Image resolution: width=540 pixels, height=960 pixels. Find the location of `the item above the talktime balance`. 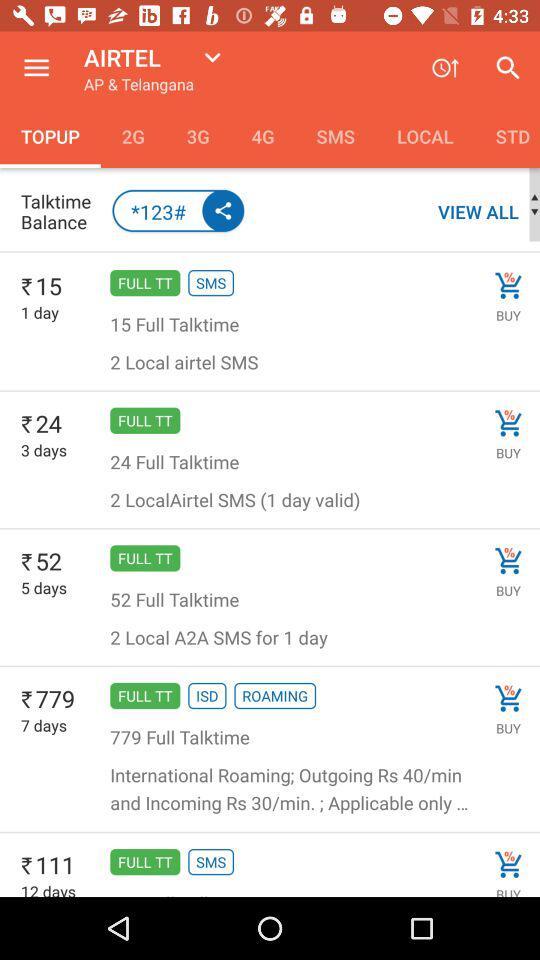

the item above the talktime balance is located at coordinates (133, 135).